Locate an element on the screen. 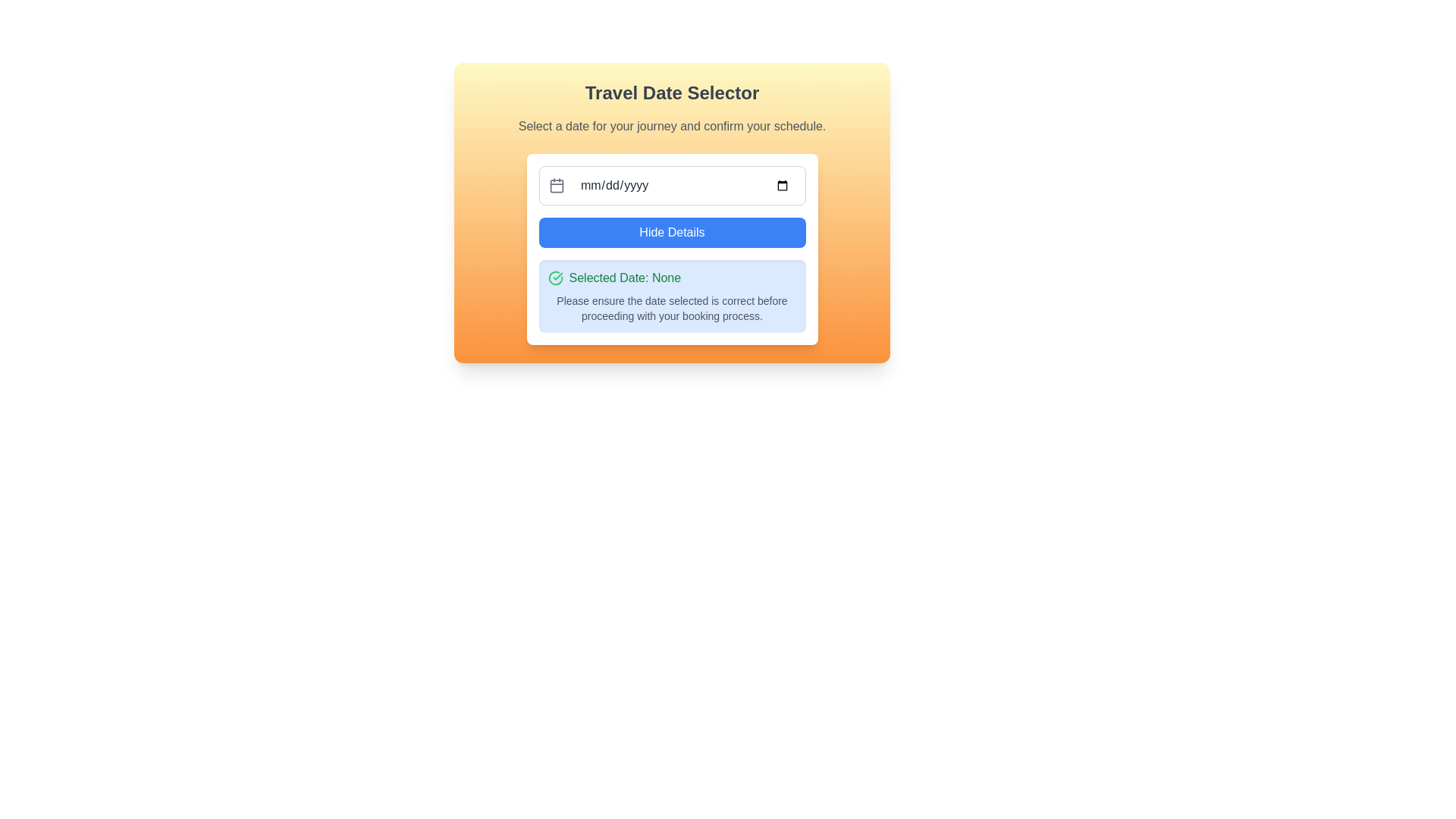  the decorative rectangle within the calendar icon, which enhances the date selection feature, located centrally within the icon is located at coordinates (556, 185).